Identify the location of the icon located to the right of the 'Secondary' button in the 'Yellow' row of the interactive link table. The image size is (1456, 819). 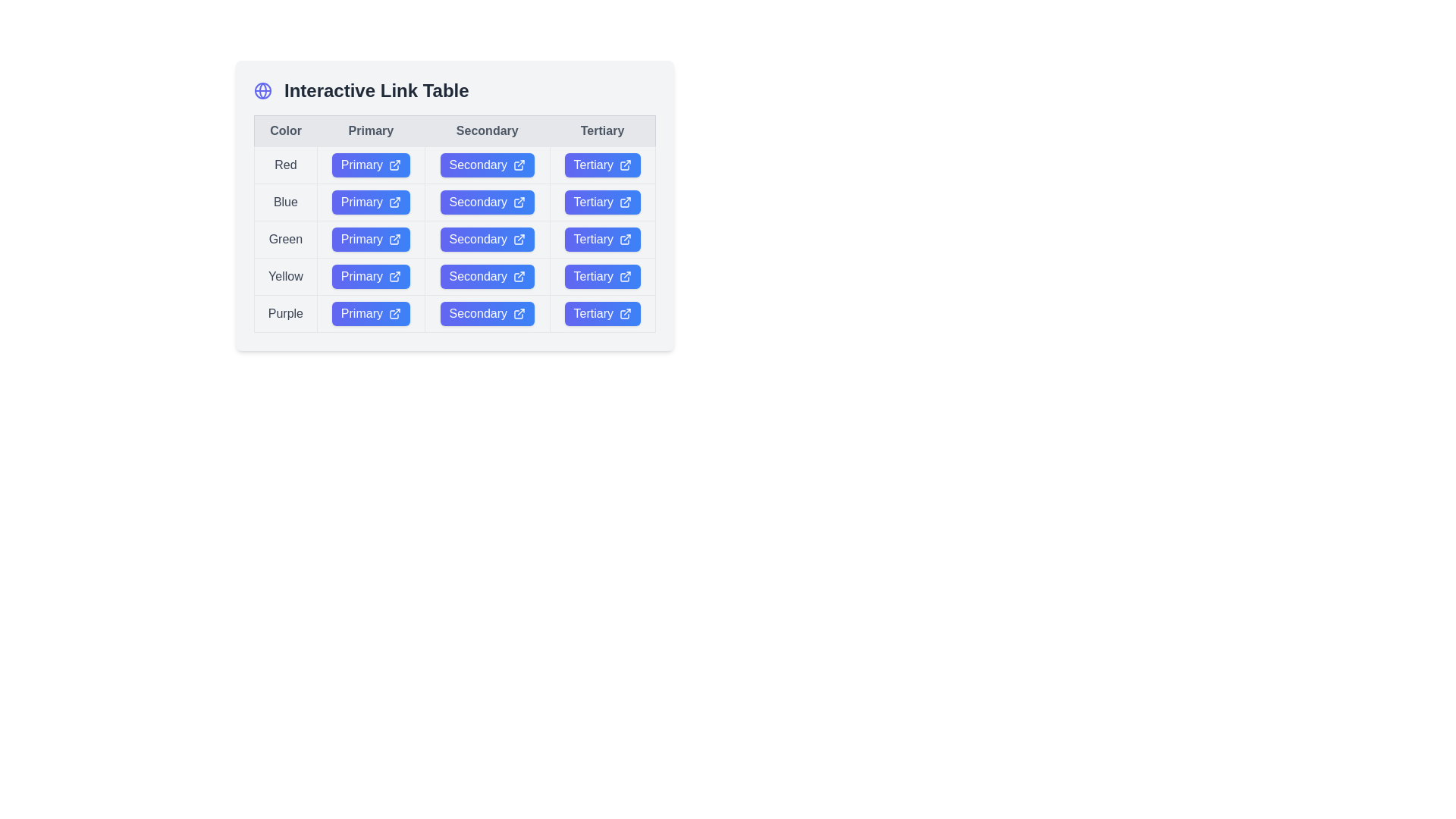
(519, 277).